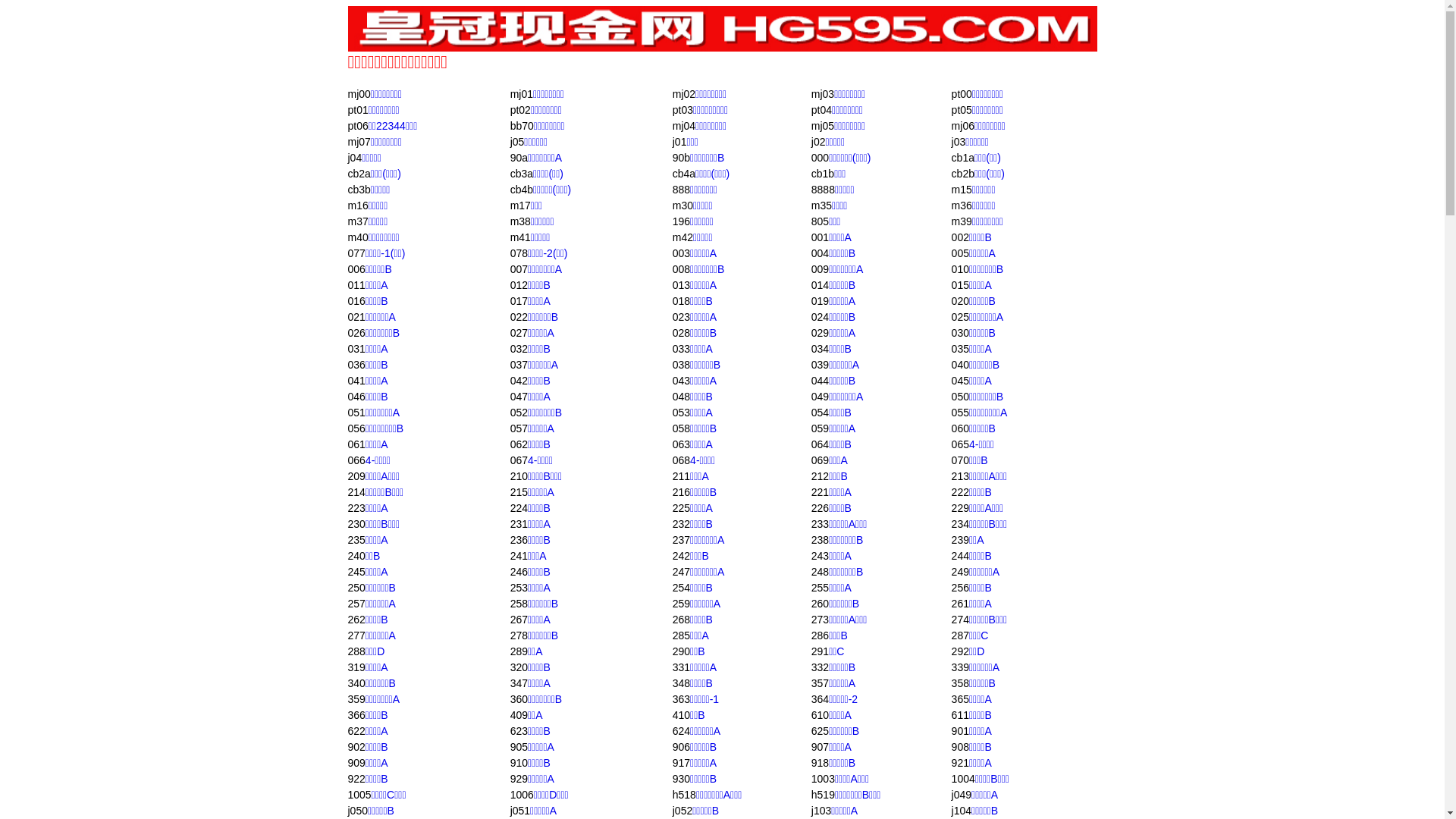 The height and width of the screenshot is (819, 1456). Describe the element at coordinates (817, 141) in the screenshot. I see `'j02'` at that location.